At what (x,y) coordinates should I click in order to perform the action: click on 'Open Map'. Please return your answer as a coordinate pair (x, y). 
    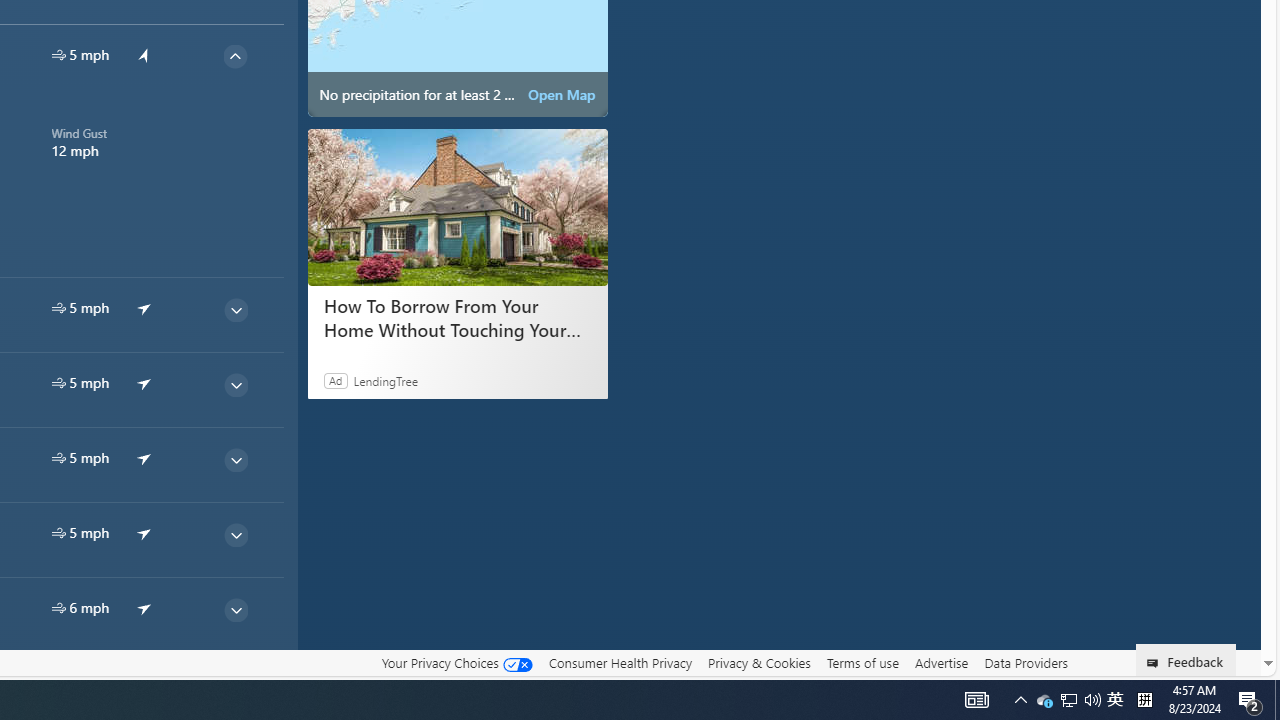
    Looking at the image, I should click on (560, 95).